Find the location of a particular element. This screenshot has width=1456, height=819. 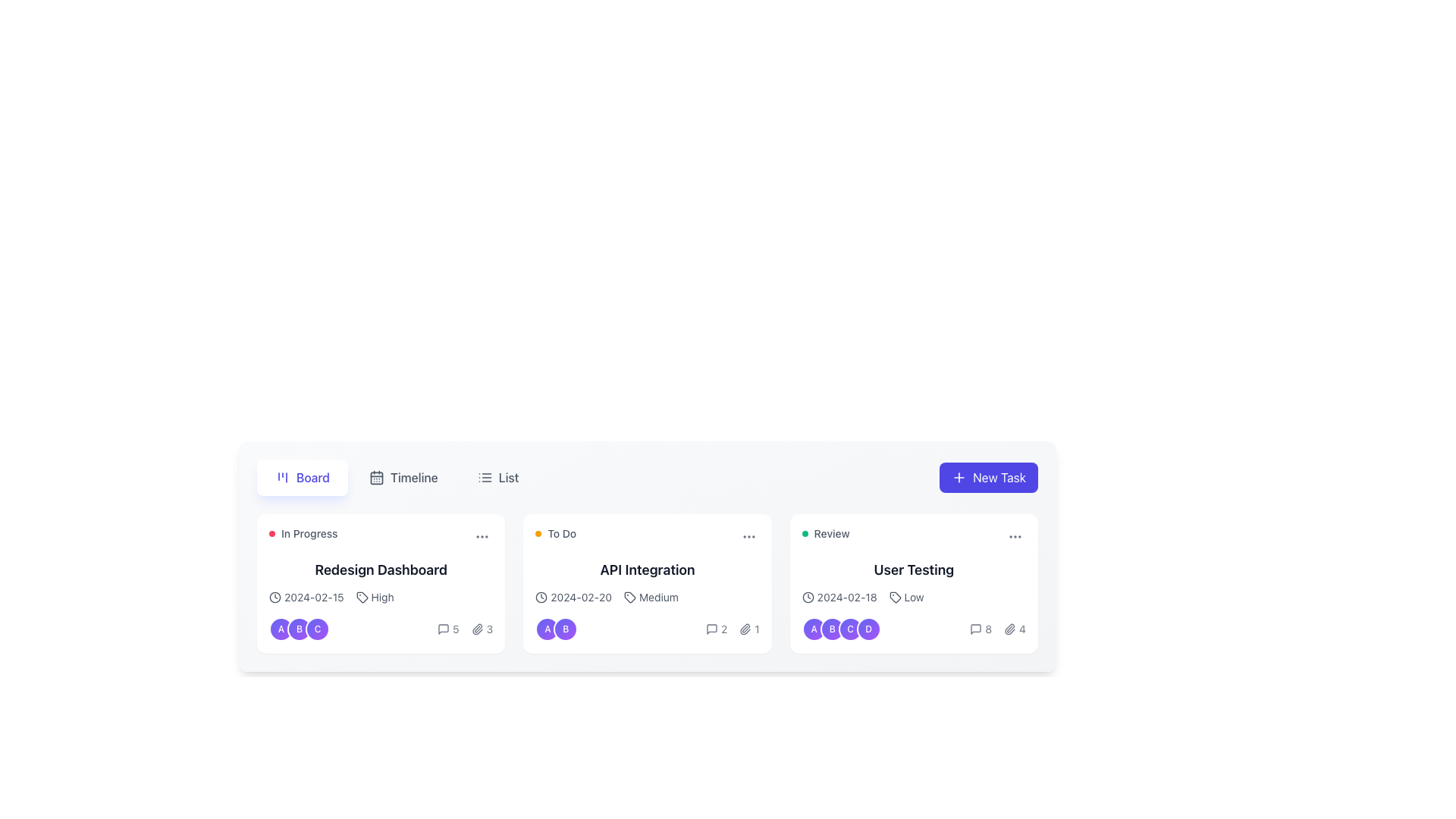

the comment icon located in the bottom-right corner of the 'Redesign Dashboard' task card is located at coordinates (443, 629).